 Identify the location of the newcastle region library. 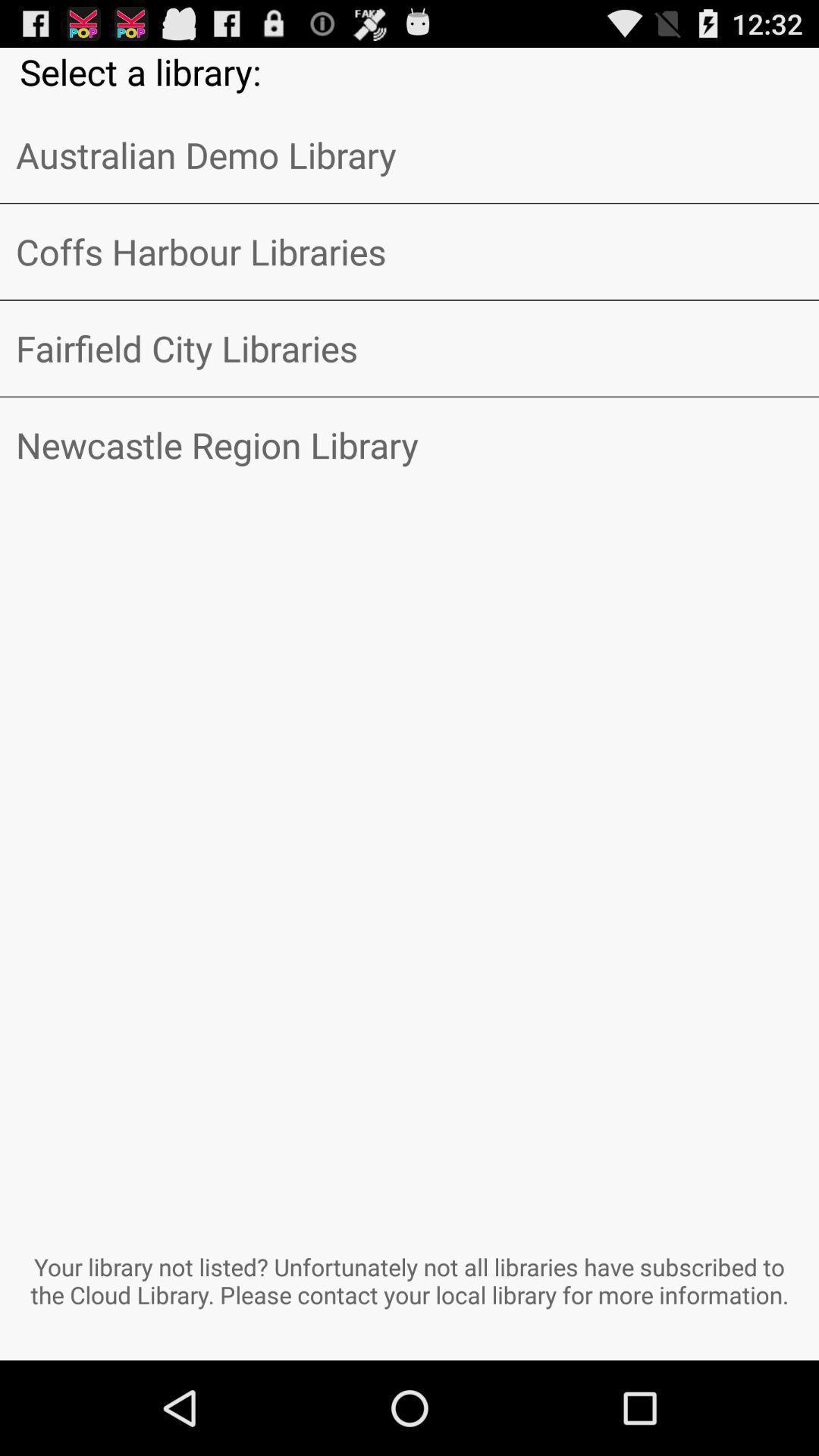
(409, 444).